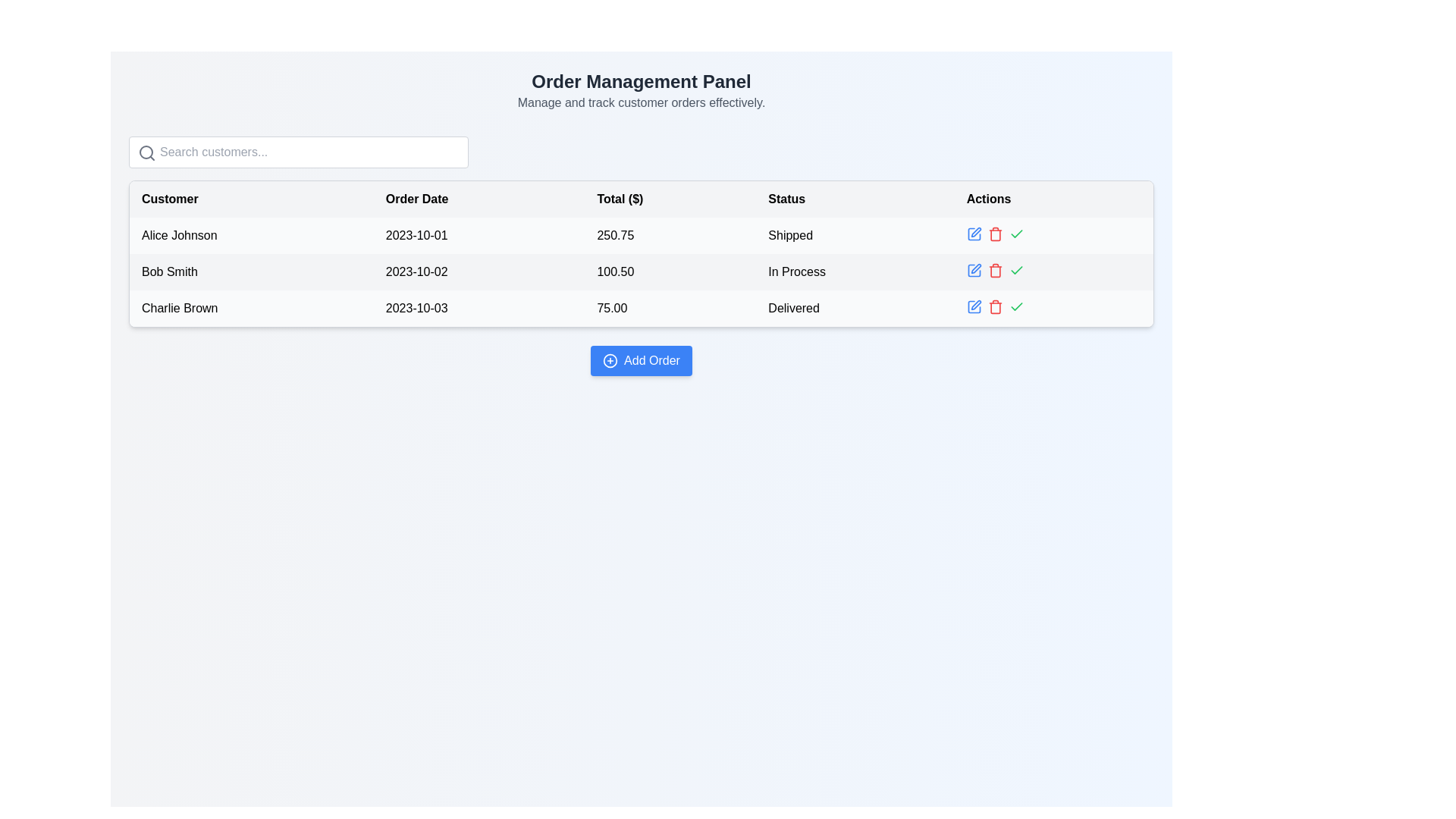 The width and height of the screenshot is (1456, 819). I want to click on the Header component that provides the title and subtitle for the page, located at the top of the layout and centered horizontally, so click(641, 90).